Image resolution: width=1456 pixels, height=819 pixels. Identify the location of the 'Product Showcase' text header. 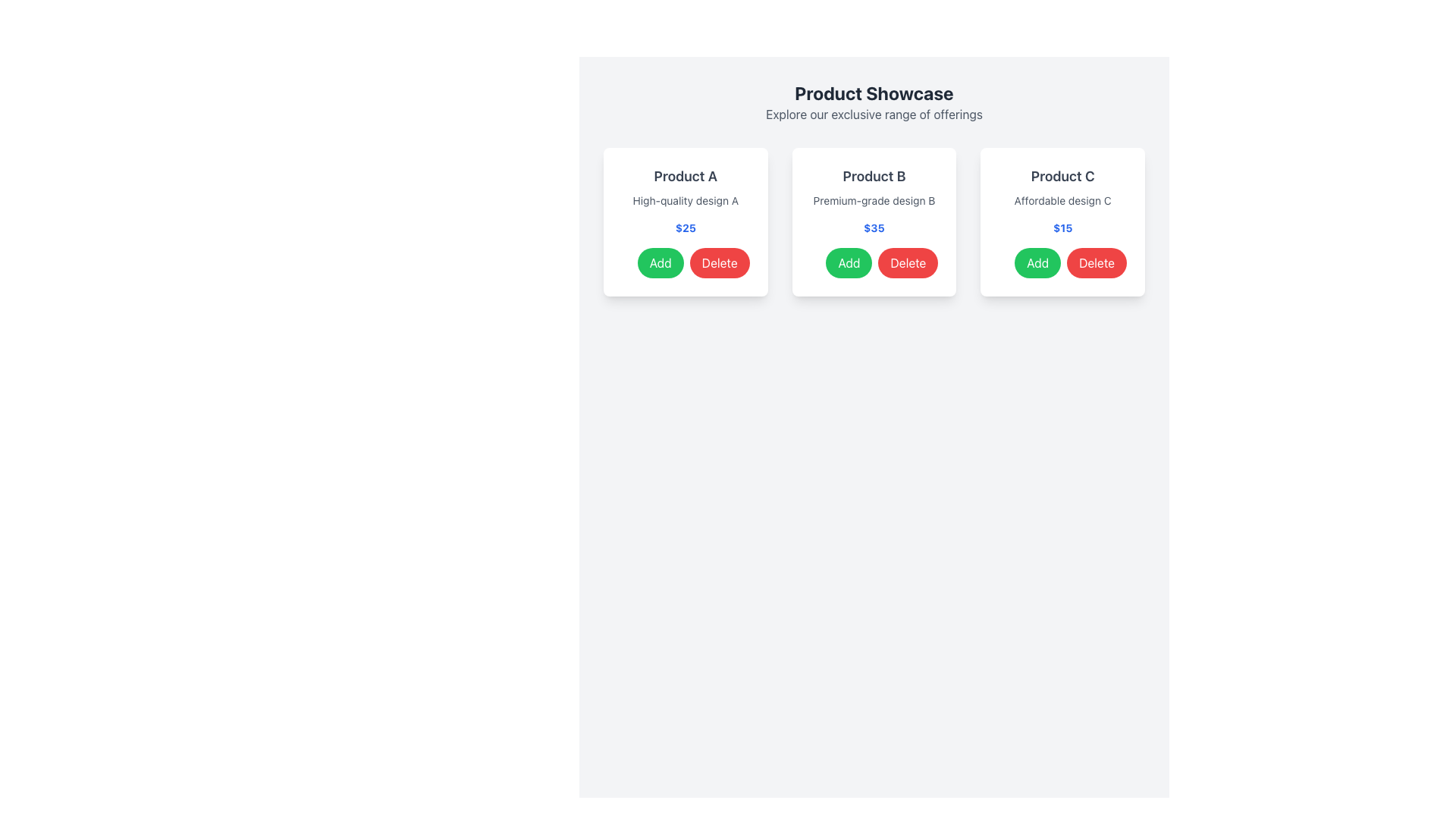
(874, 93).